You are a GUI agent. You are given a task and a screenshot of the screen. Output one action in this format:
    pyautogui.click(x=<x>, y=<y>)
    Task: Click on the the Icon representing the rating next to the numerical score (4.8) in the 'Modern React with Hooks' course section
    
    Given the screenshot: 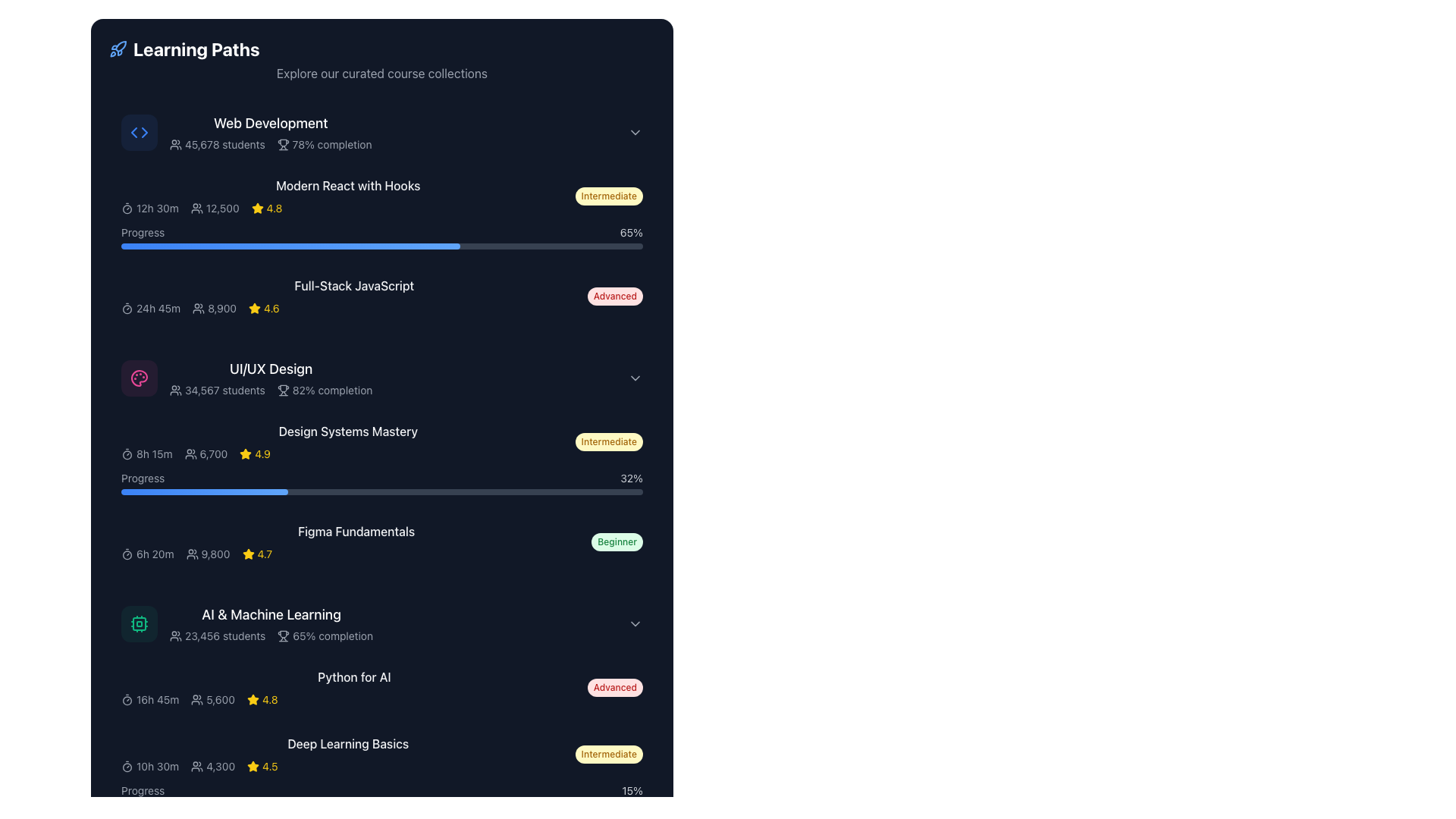 What is the action you would take?
    pyautogui.click(x=257, y=208)
    